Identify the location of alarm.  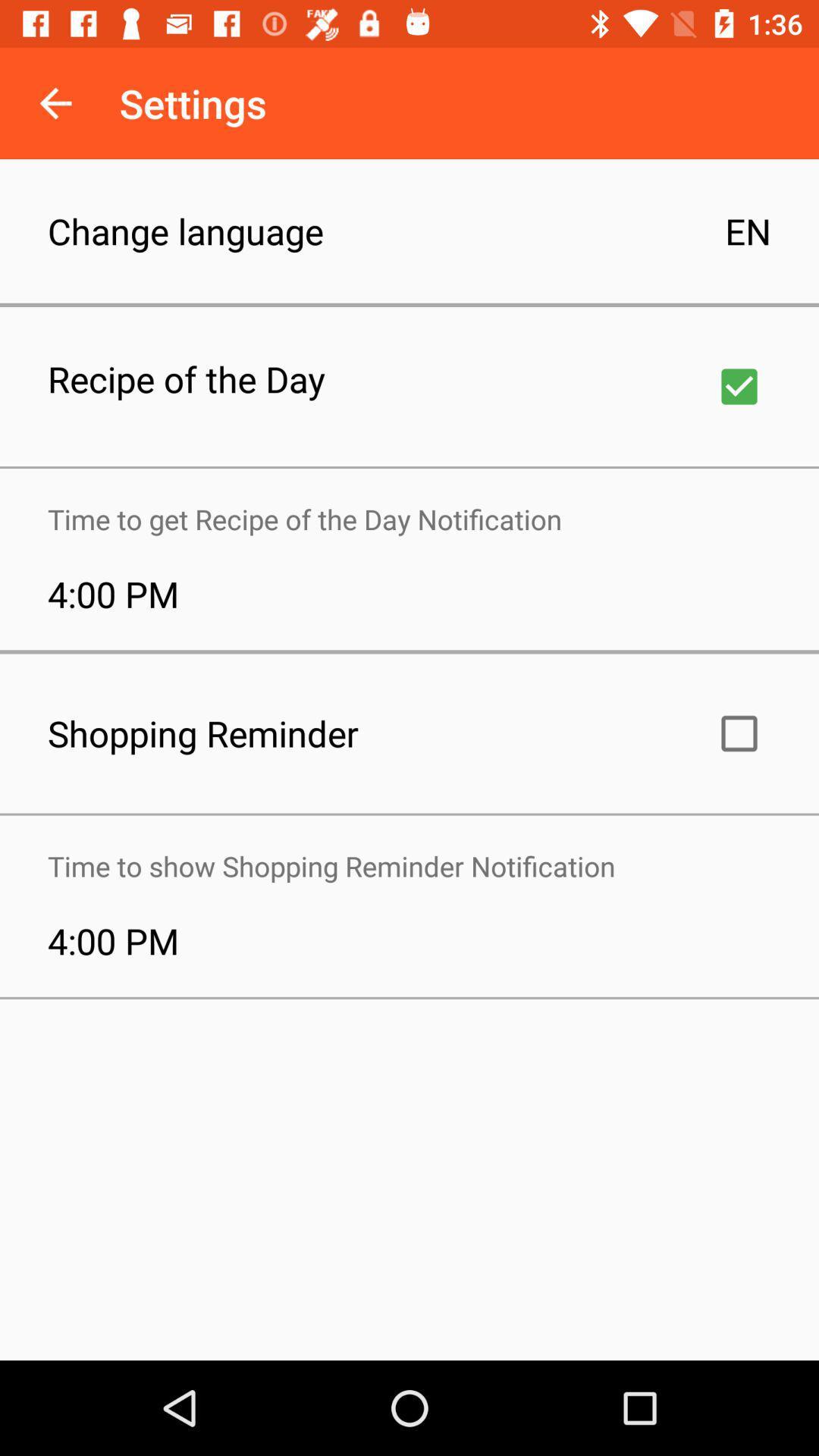
(739, 733).